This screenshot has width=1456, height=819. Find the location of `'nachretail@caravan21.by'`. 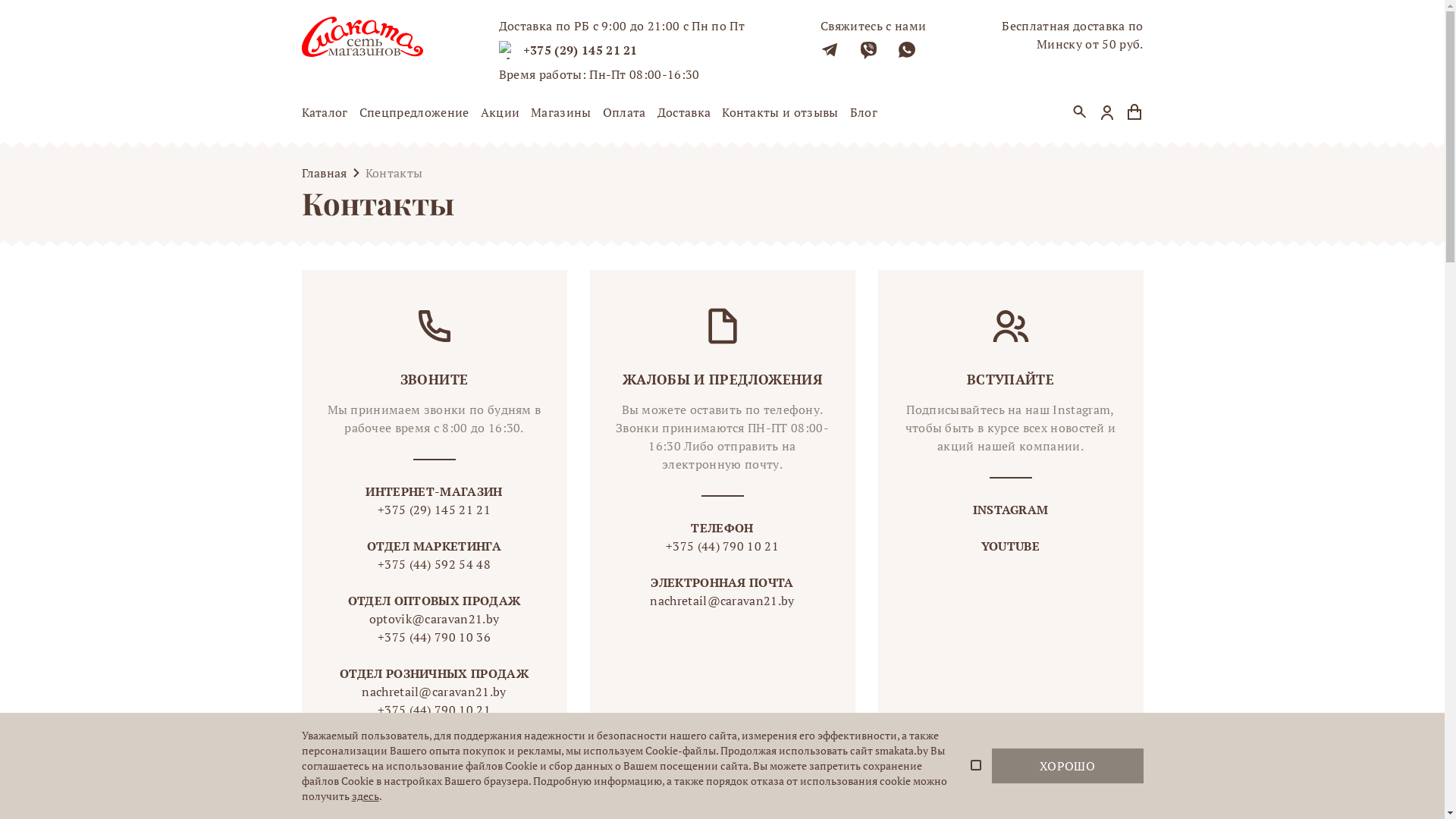

'nachretail@caravan21.by' is located at coordinates (720, 599).